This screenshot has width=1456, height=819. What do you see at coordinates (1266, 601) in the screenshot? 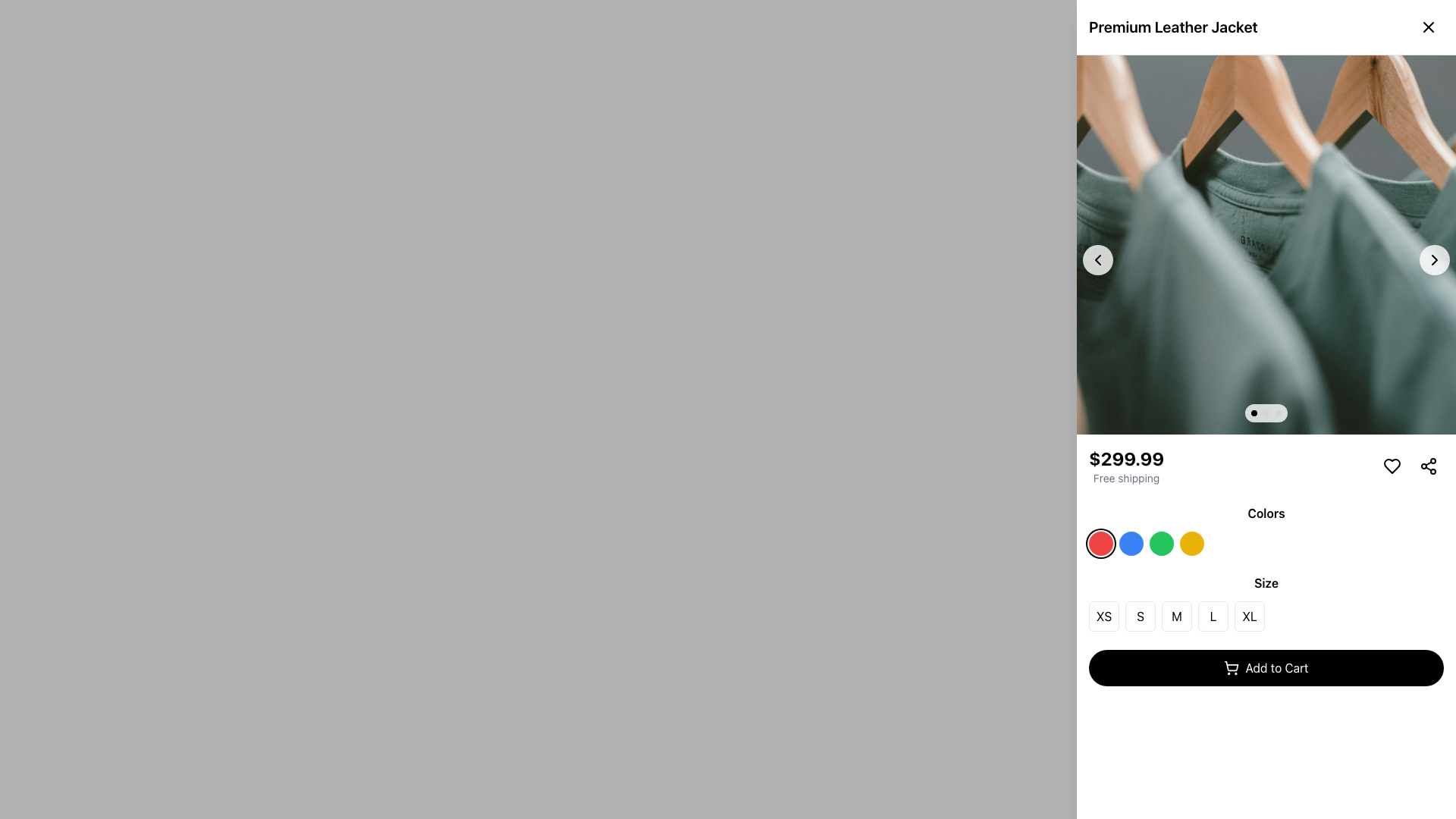
I see `the size selection buttons in the Interactive size selection section labeled 'Size'` at bounding box center [1266, 601].